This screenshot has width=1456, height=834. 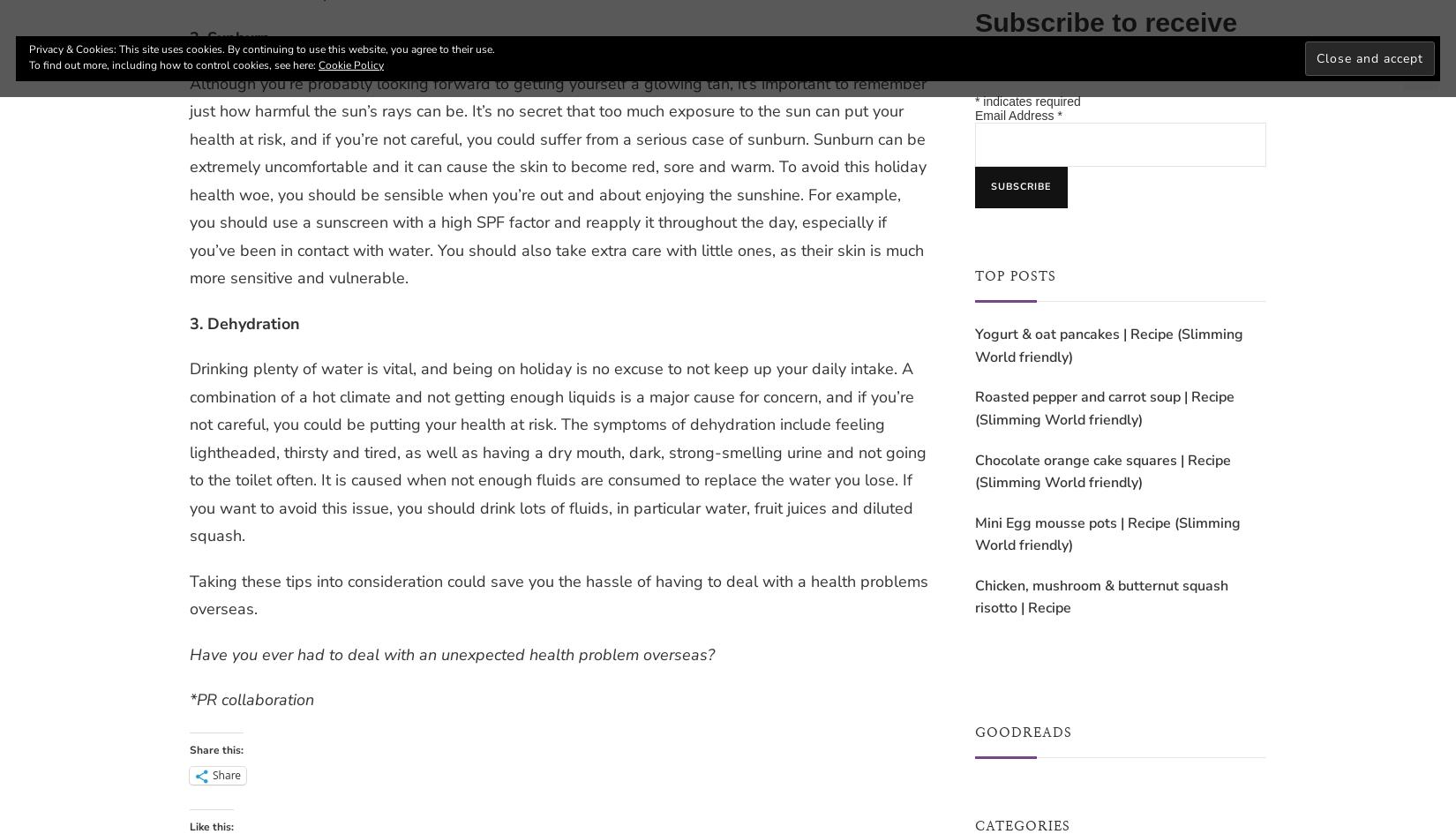 What do you see at coordinates (350, 64) in the screenshot?
I see `'Cookie Policy'` at bounding box center [350, 64].